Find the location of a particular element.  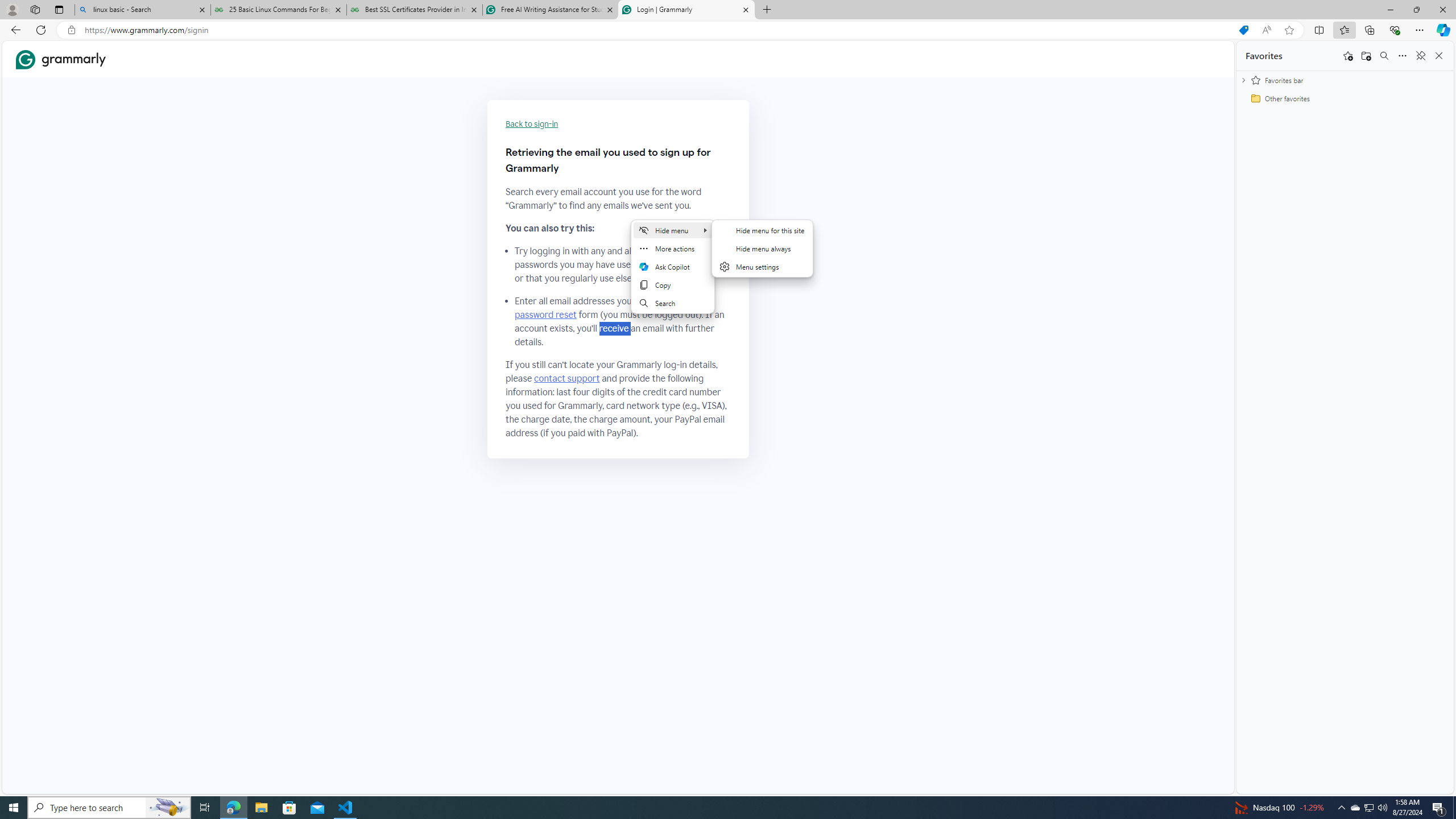

'Mini menu on text selection' is located at coordinates (672, 272).